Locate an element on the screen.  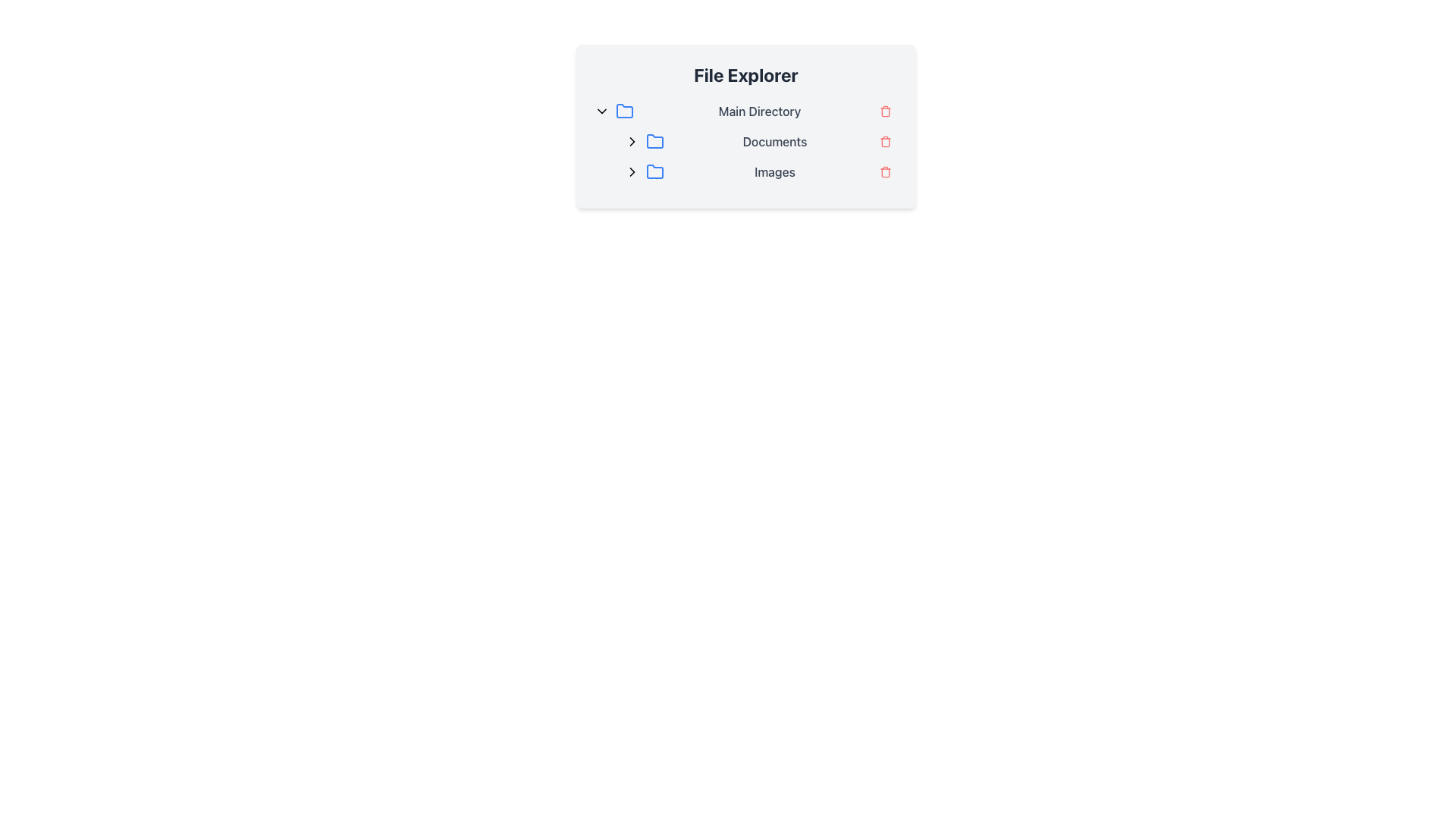
the Arrow icon next to the 'Documents' folder is located at coordinates (632, 171).